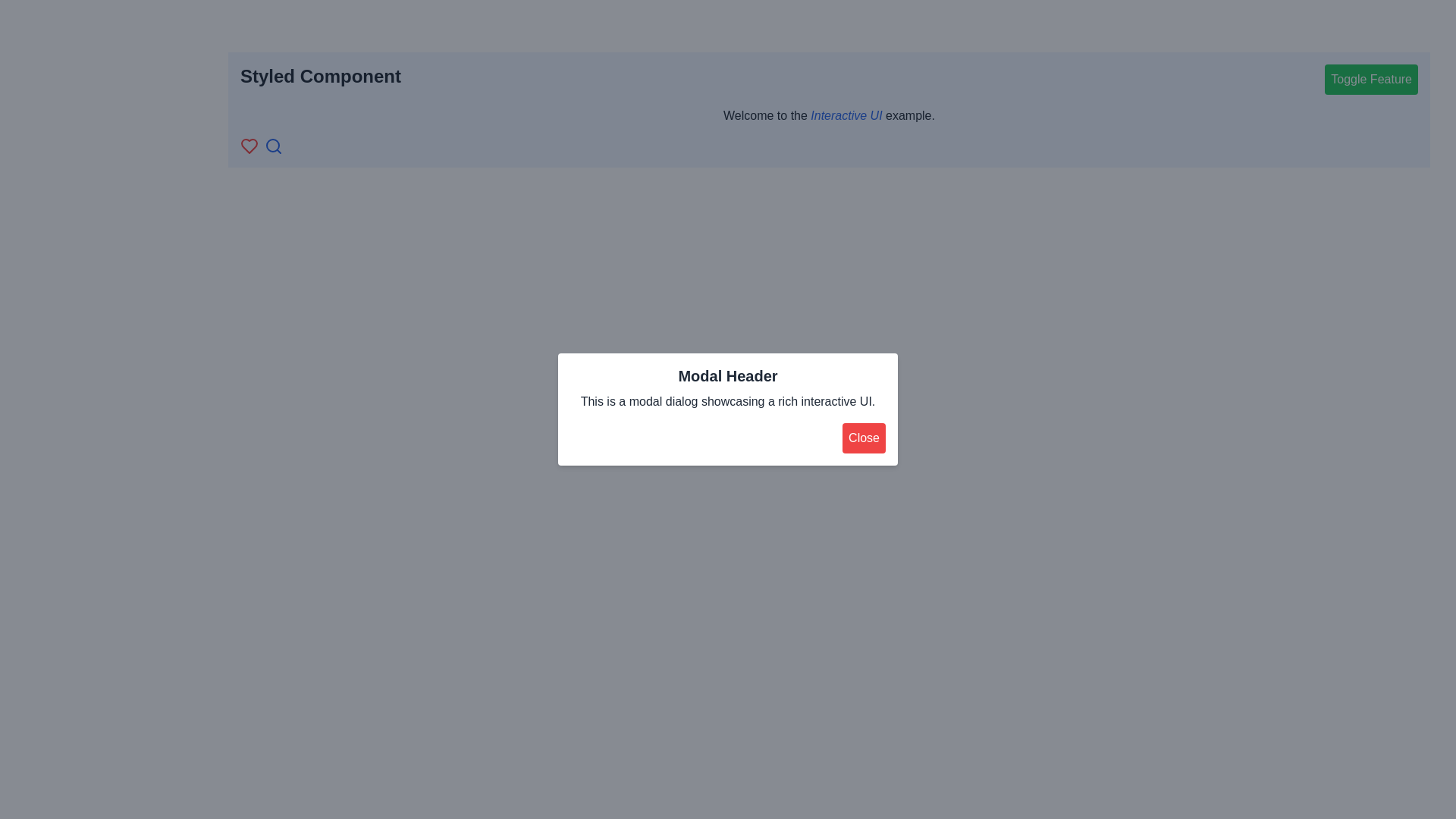  Describe the element at coordinates (249, 146) in the screenshot. I see `the heart-shaped icon filled with red color, which signifies a 'like' or favorite feature, located near the 'Styled Component' label in the upper left segment of the interface` at that location.